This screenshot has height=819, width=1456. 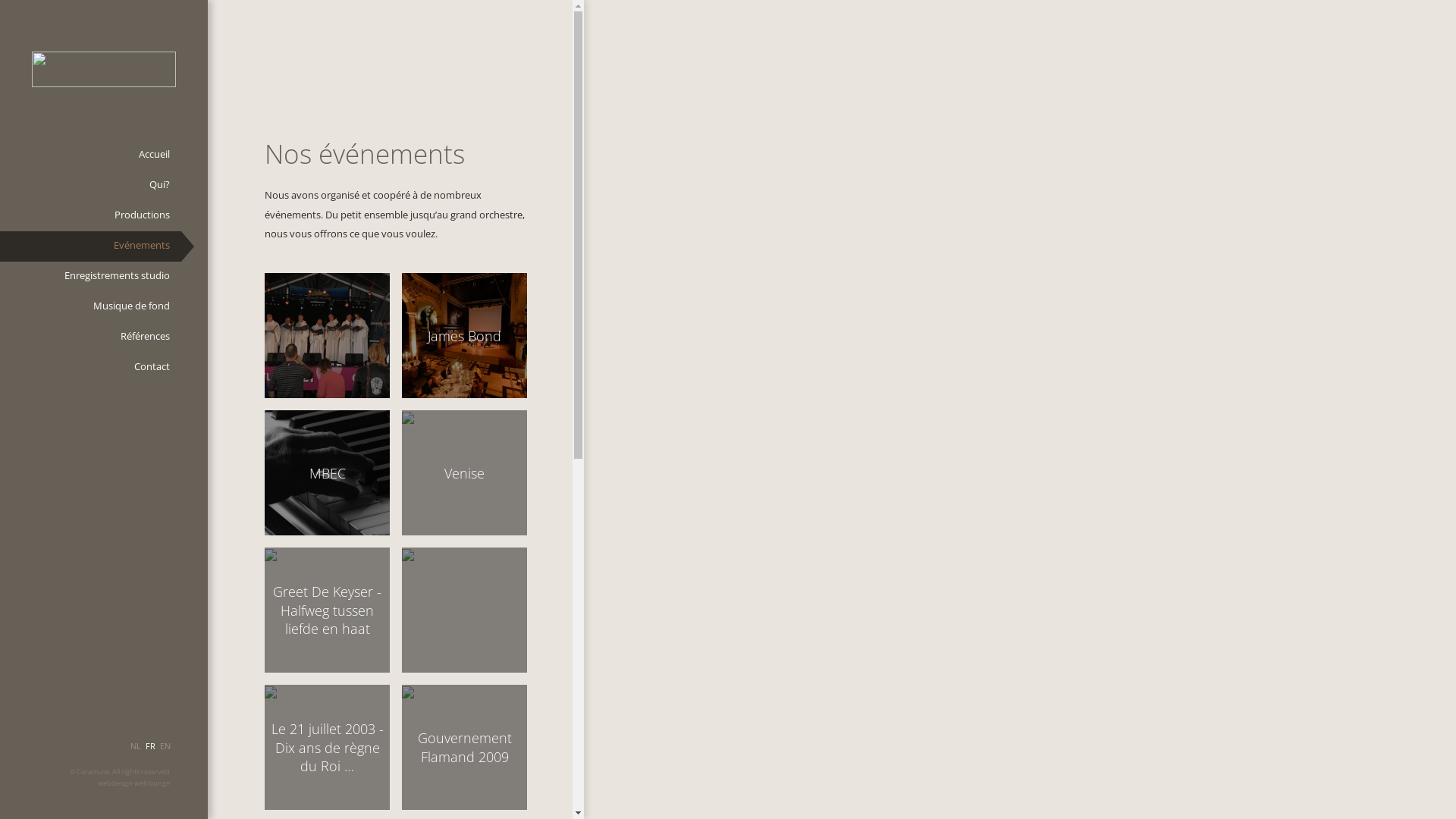 I want to click on 'EN', so click(x=165, y=752).